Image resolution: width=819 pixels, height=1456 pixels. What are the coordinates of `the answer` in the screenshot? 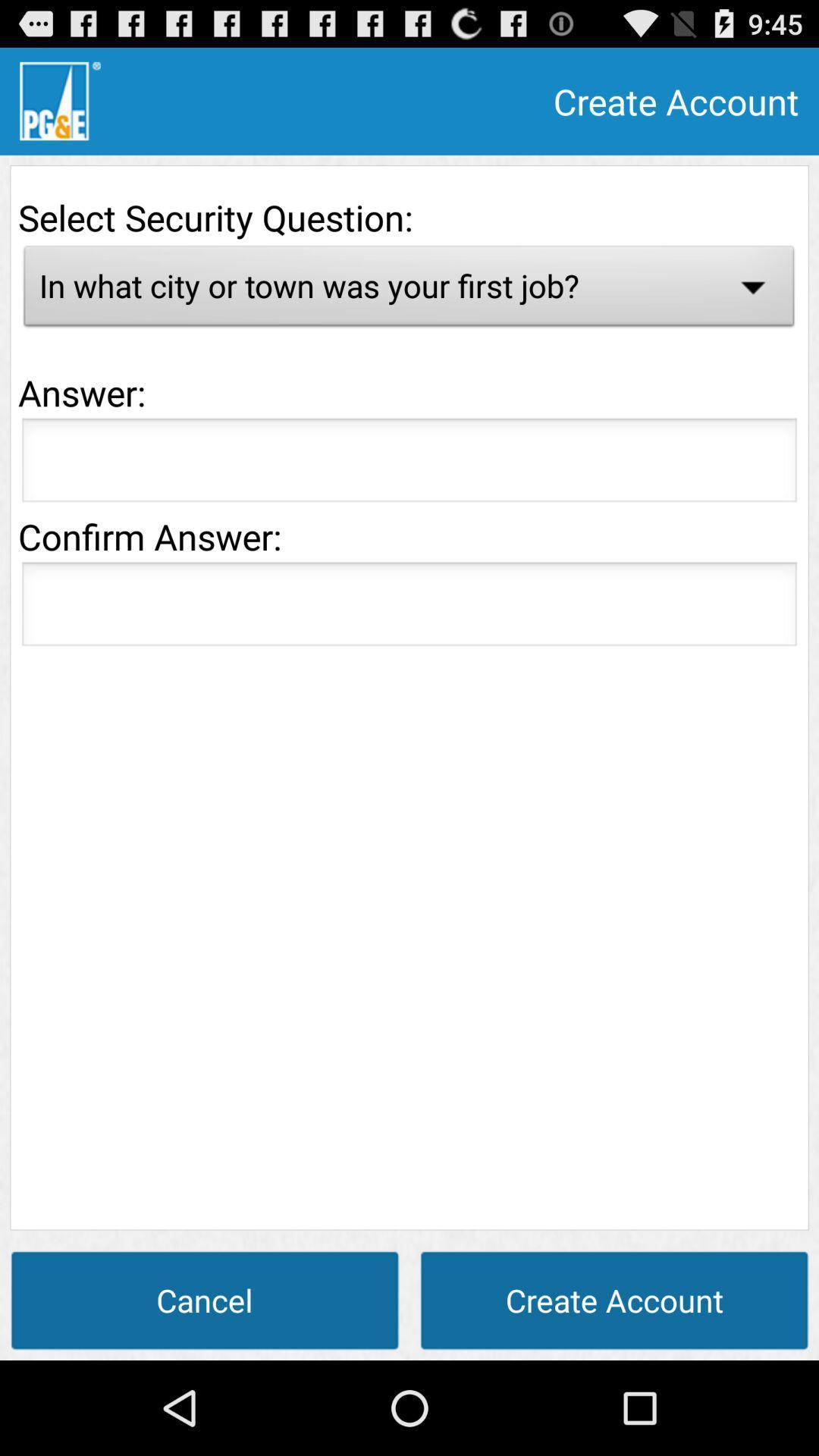 It's located at (409, 463).